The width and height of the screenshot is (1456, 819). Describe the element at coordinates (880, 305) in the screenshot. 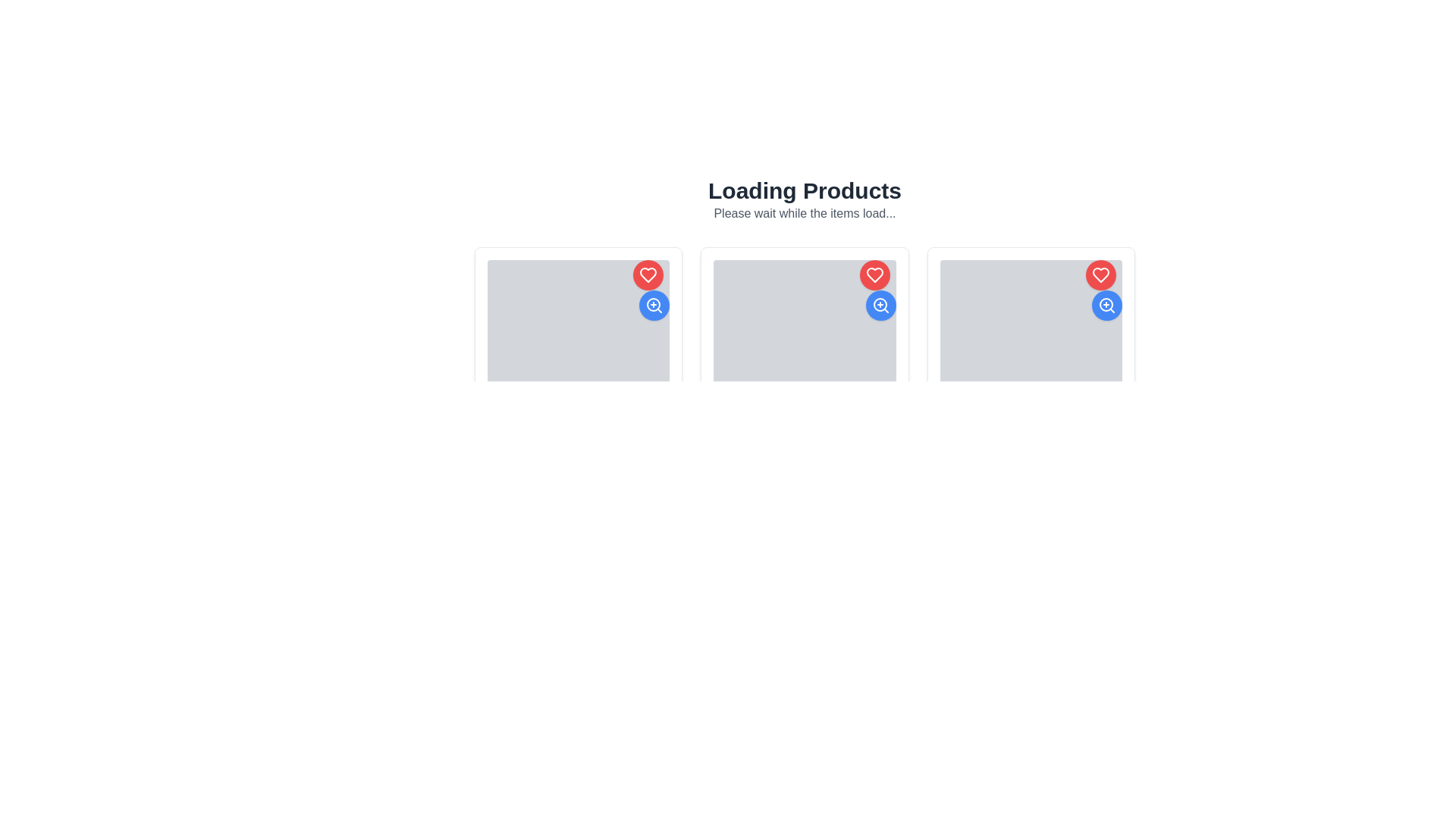

I see `the zoom-in button located in the bottom right corner of the second card from the left in a series of horizontally arranged cards` at that location.